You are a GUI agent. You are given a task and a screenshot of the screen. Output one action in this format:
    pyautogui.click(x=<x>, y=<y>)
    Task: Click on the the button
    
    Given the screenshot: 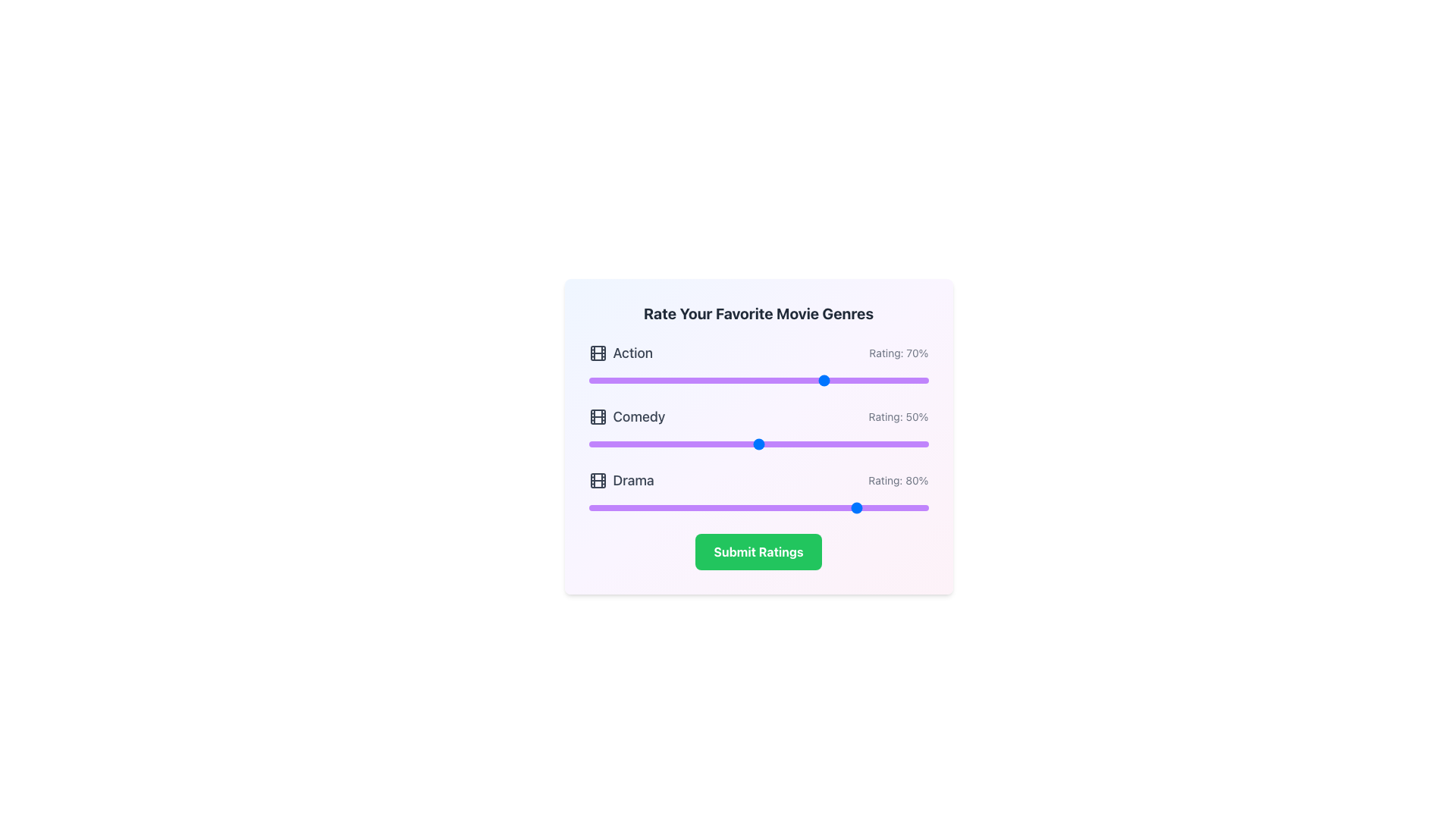 What is the action you would take?
    pyautogui.click(x=758, y=552)
    